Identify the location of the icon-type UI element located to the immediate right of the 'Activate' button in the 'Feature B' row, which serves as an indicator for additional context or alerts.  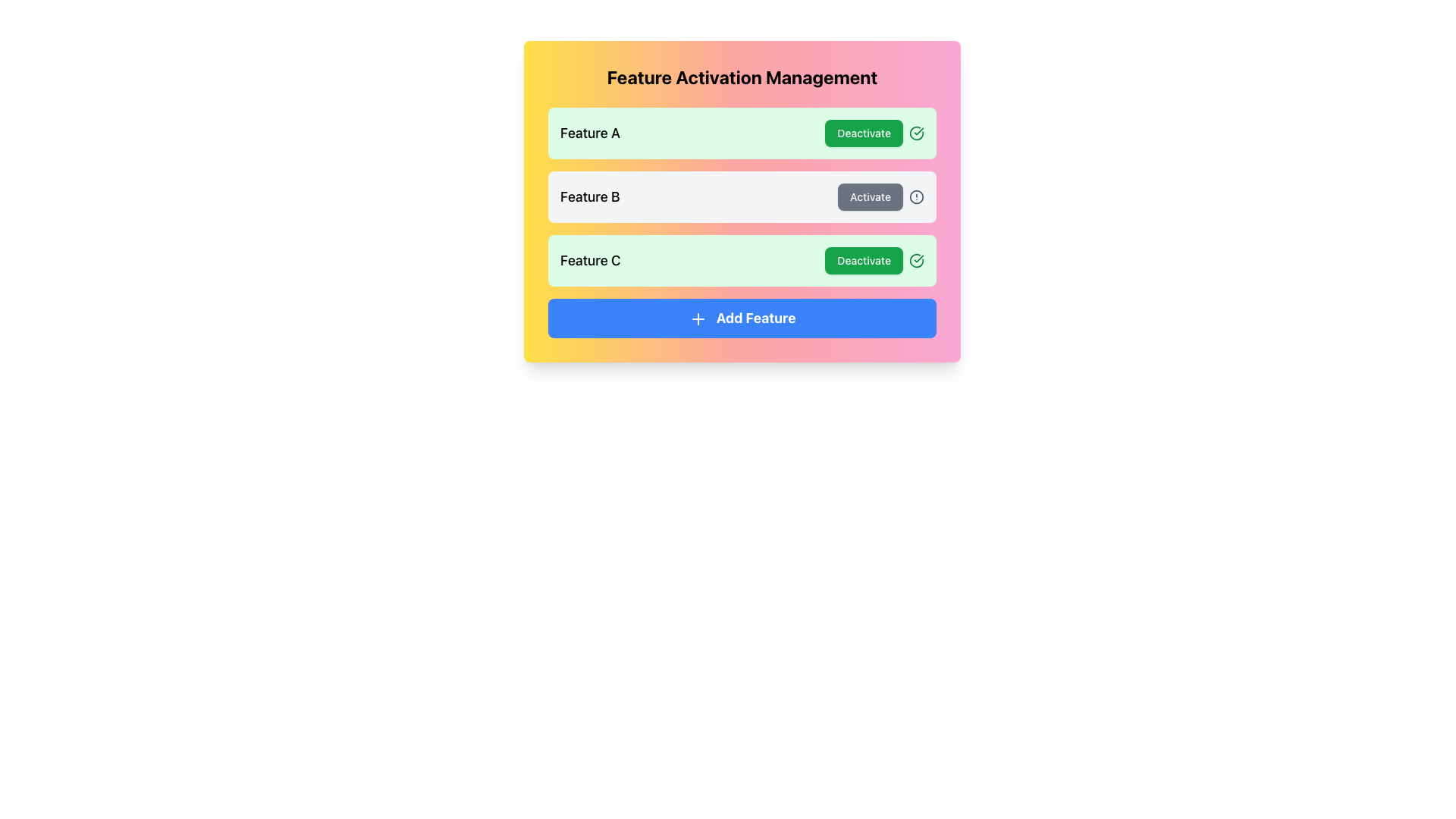
(916, 196).